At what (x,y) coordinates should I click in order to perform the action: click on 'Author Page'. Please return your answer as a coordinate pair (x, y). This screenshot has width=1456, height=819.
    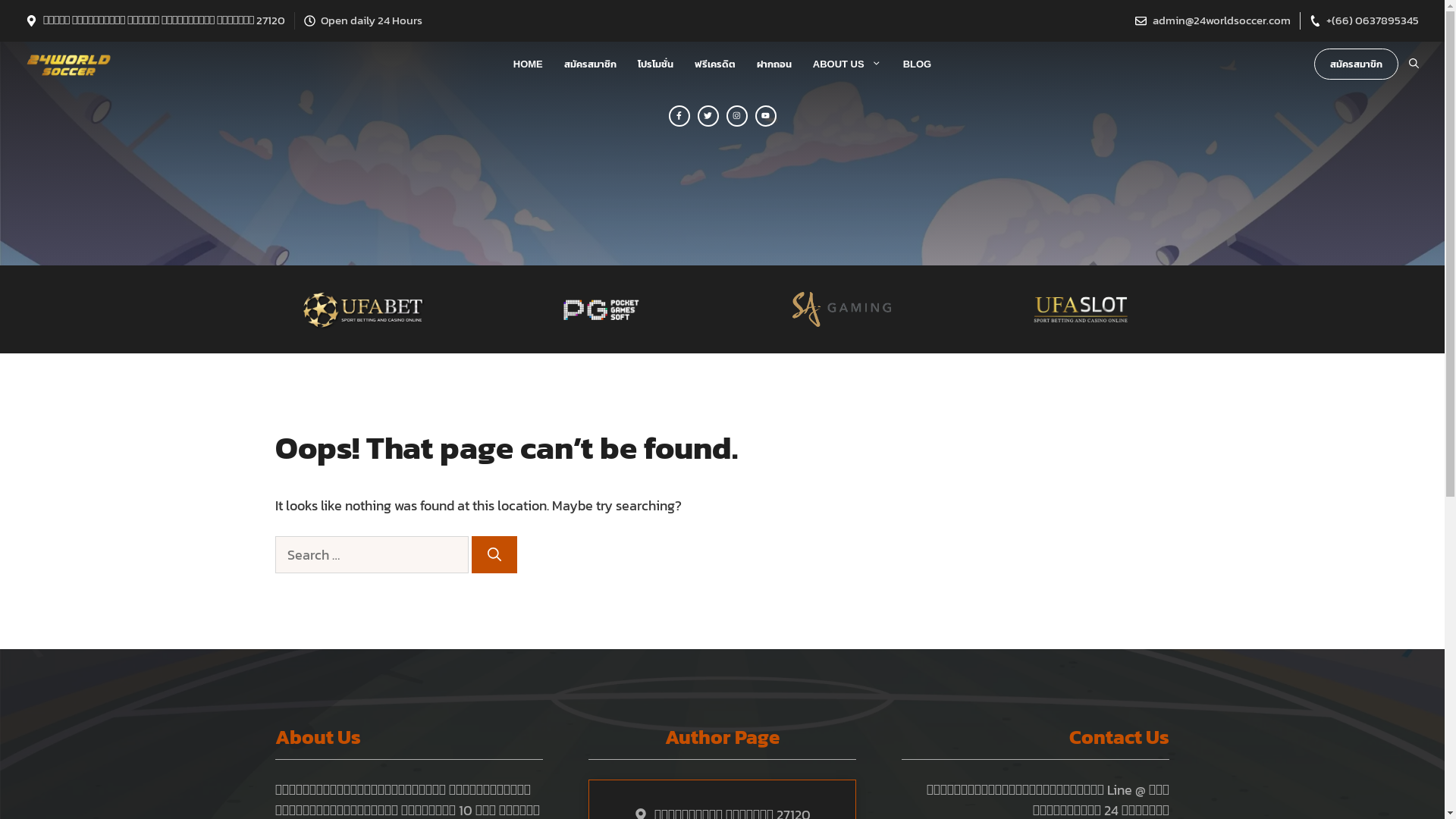
    Looking at the image, I should click on (665, 736).